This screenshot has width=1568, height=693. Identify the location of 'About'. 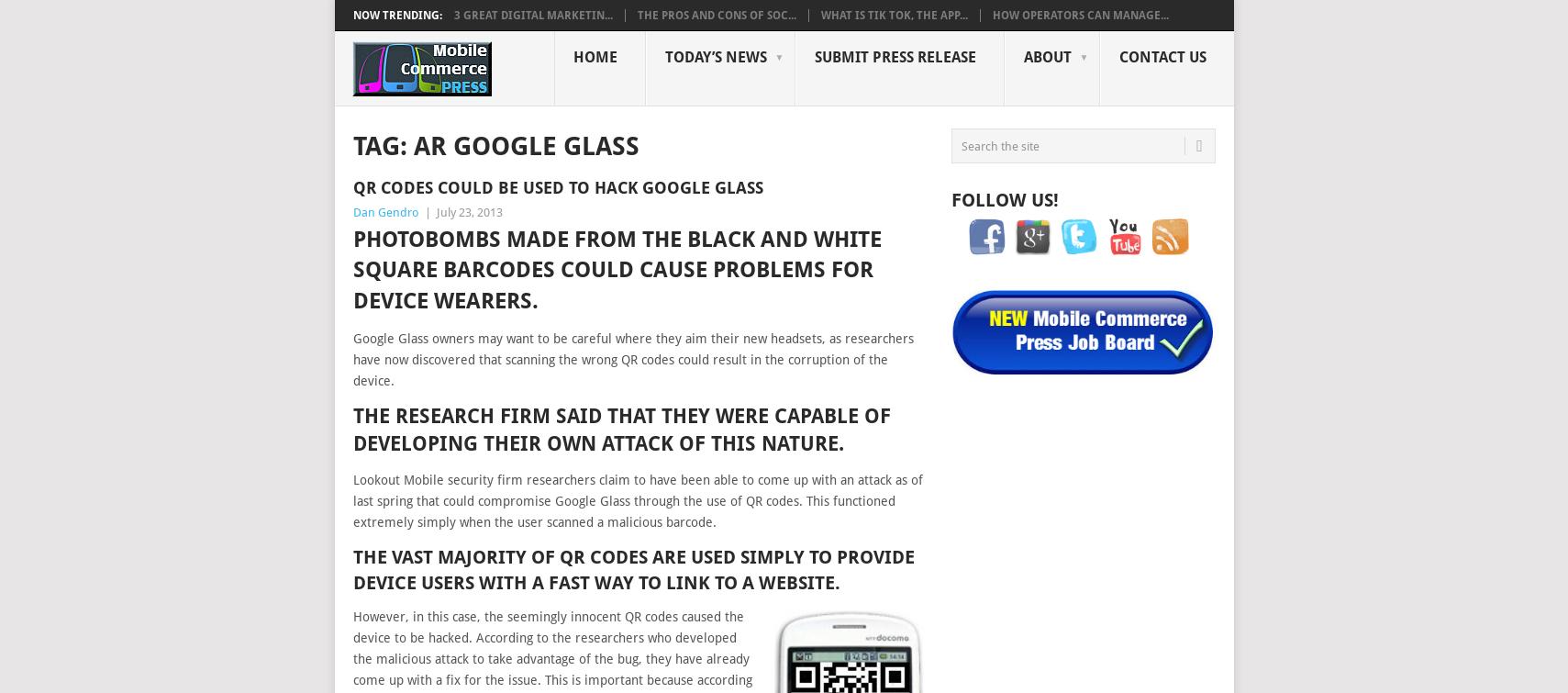
(1022, 57).